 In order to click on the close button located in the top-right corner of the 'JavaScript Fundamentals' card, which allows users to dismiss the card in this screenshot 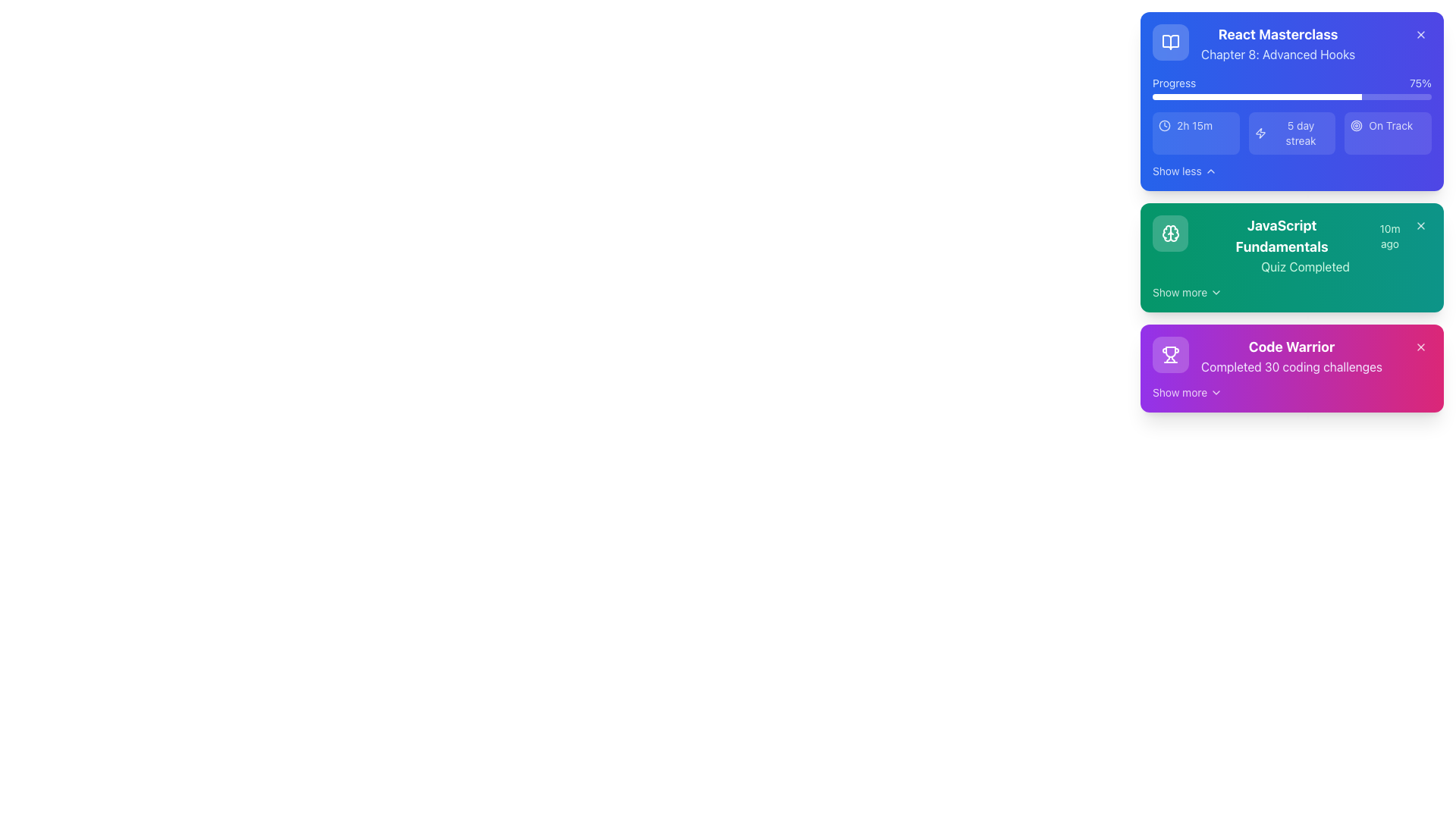, I will do `click(1420, 225)`.